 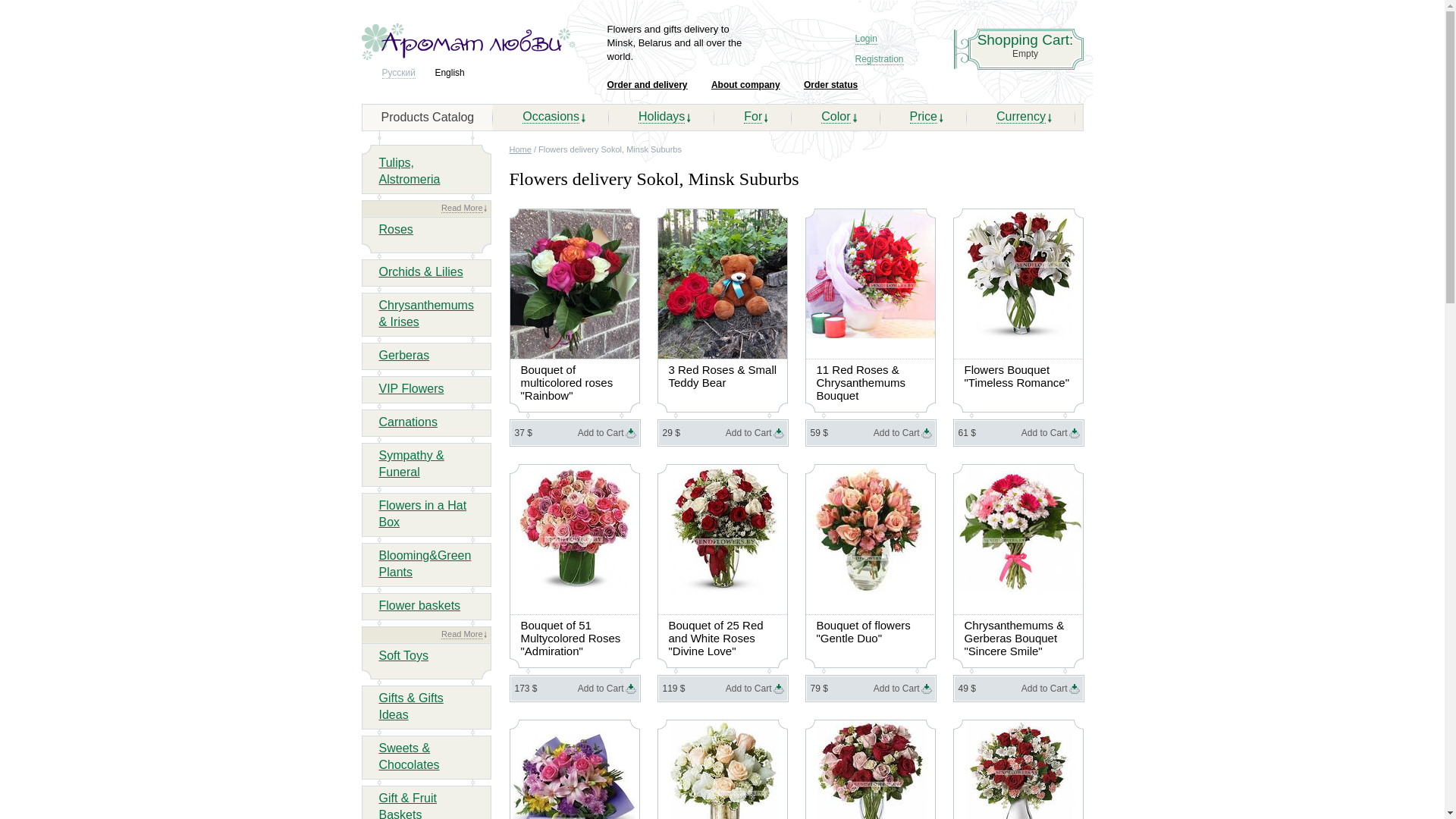 What do you see at coordinates (411, 706) in the screenshot?
I see `'Gifts & Gifts Ideas'` at bounding box center [411, 706].